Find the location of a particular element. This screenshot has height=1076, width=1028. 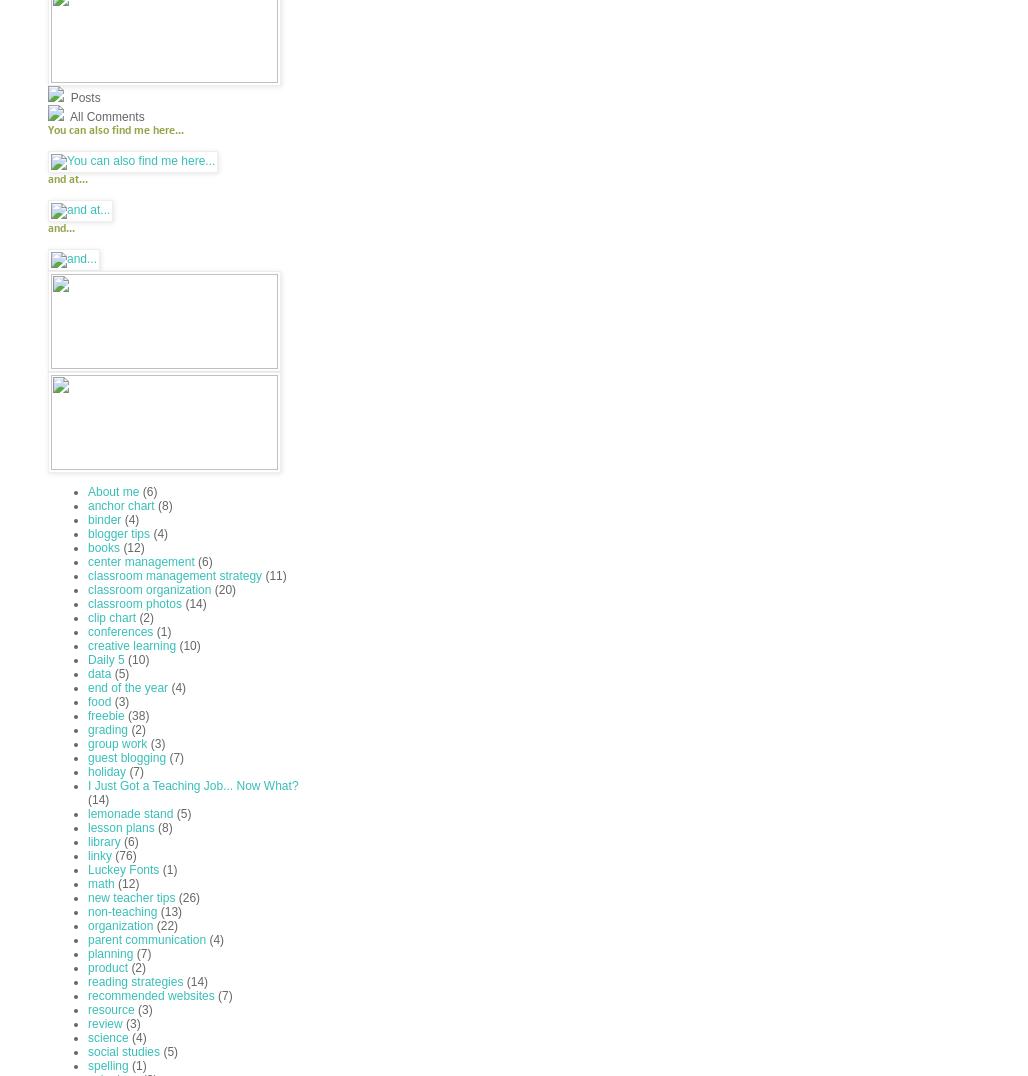

'non-teaching' is located at coordinates (86, 911).